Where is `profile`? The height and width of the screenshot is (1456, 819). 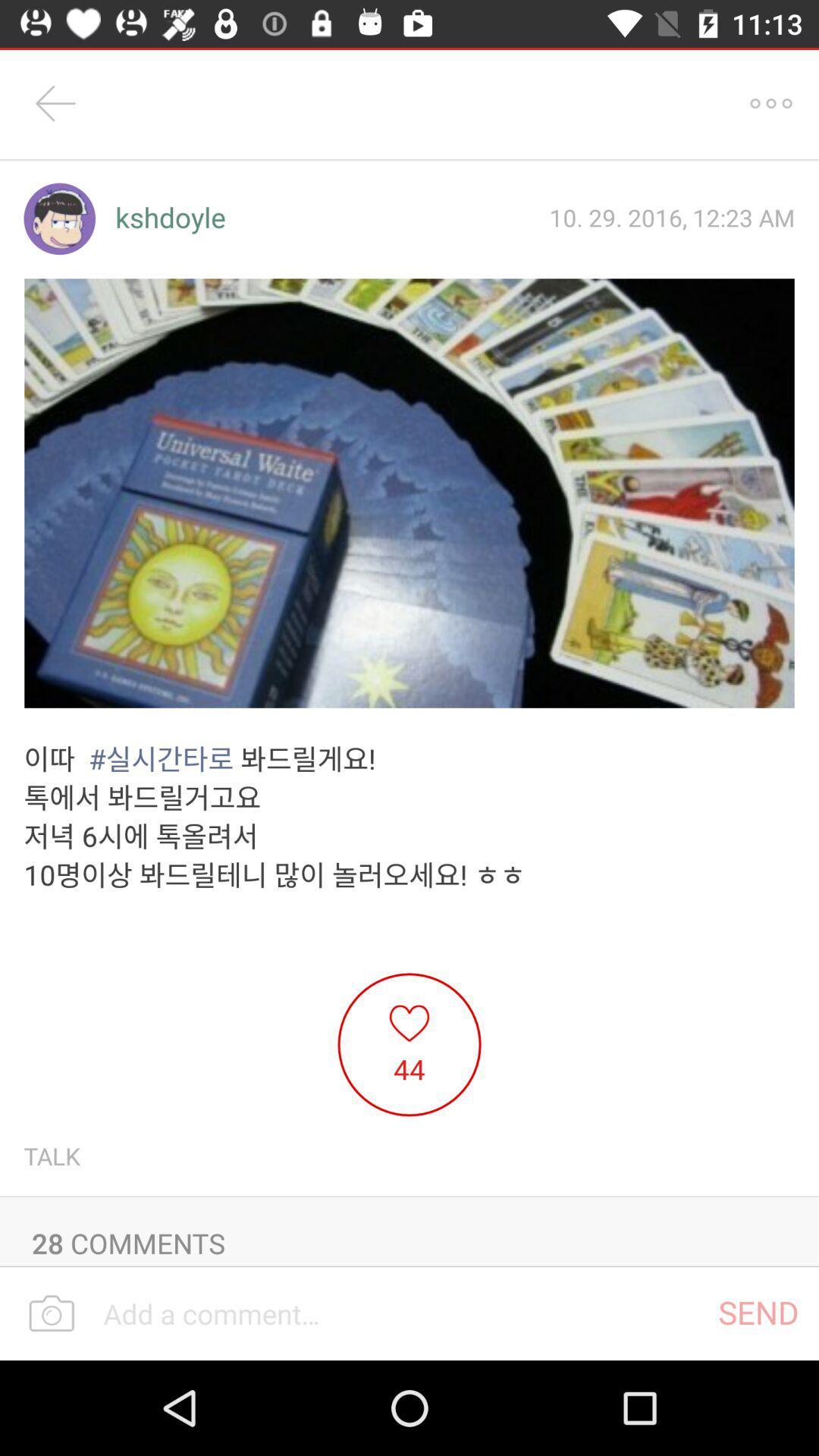 profile is located at coordinates (58, 218).